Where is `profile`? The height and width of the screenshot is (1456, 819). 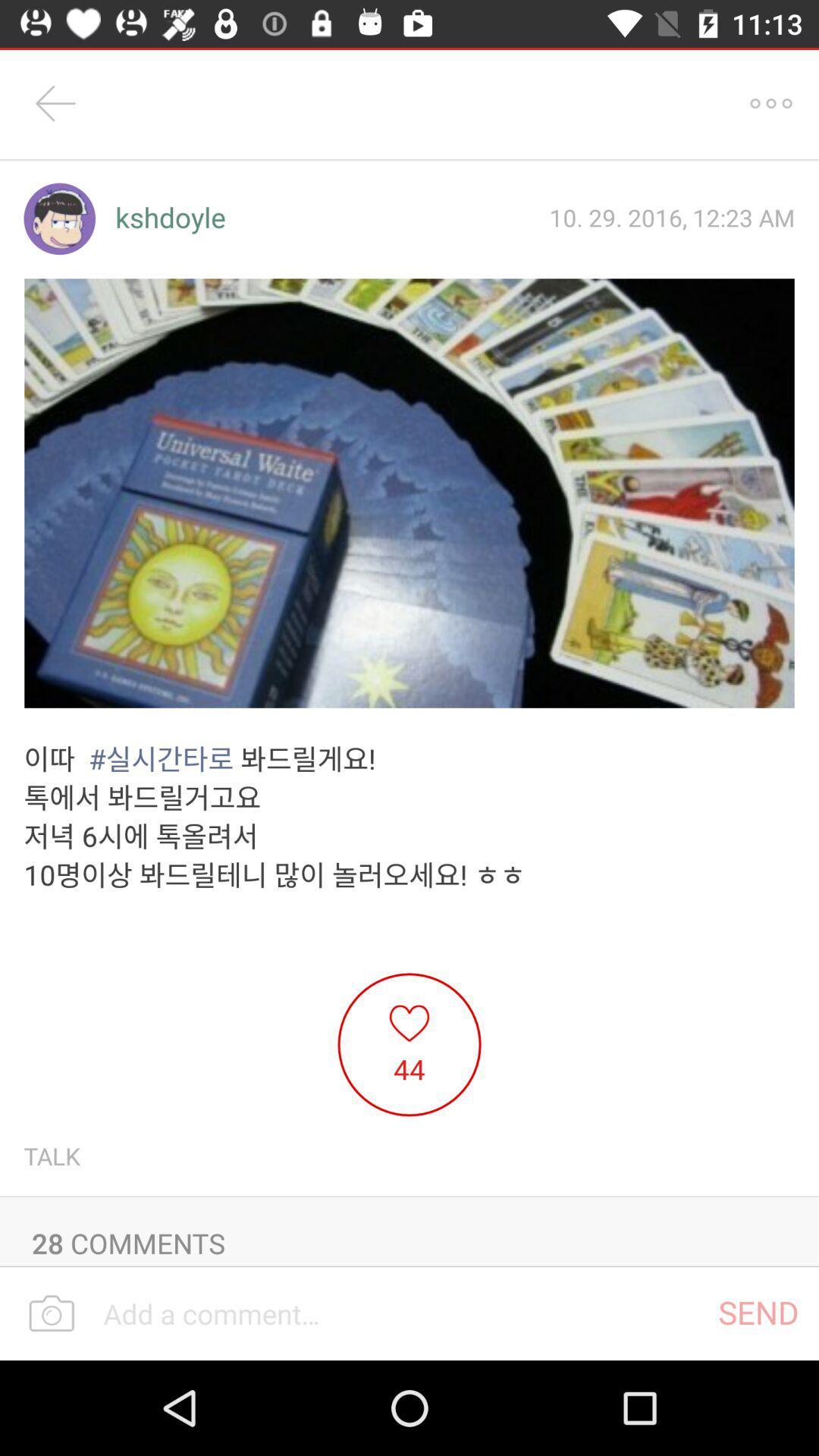 profile is located at coordinates (58, 218).